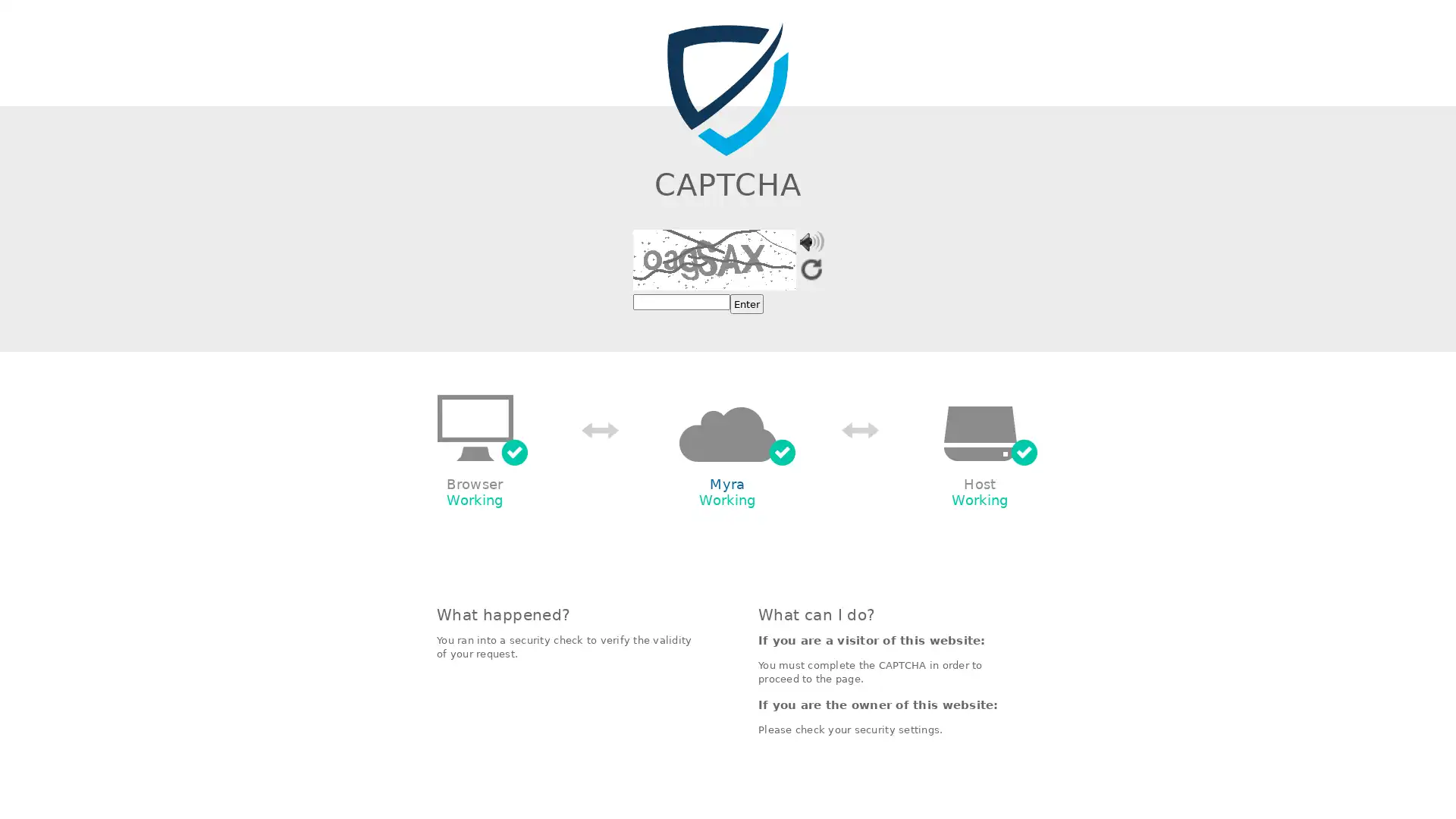 This screenshot has width=1456, height=819. Describe the element at coordinates (746, 304) in the screenshot. I see `Enter` at that location.